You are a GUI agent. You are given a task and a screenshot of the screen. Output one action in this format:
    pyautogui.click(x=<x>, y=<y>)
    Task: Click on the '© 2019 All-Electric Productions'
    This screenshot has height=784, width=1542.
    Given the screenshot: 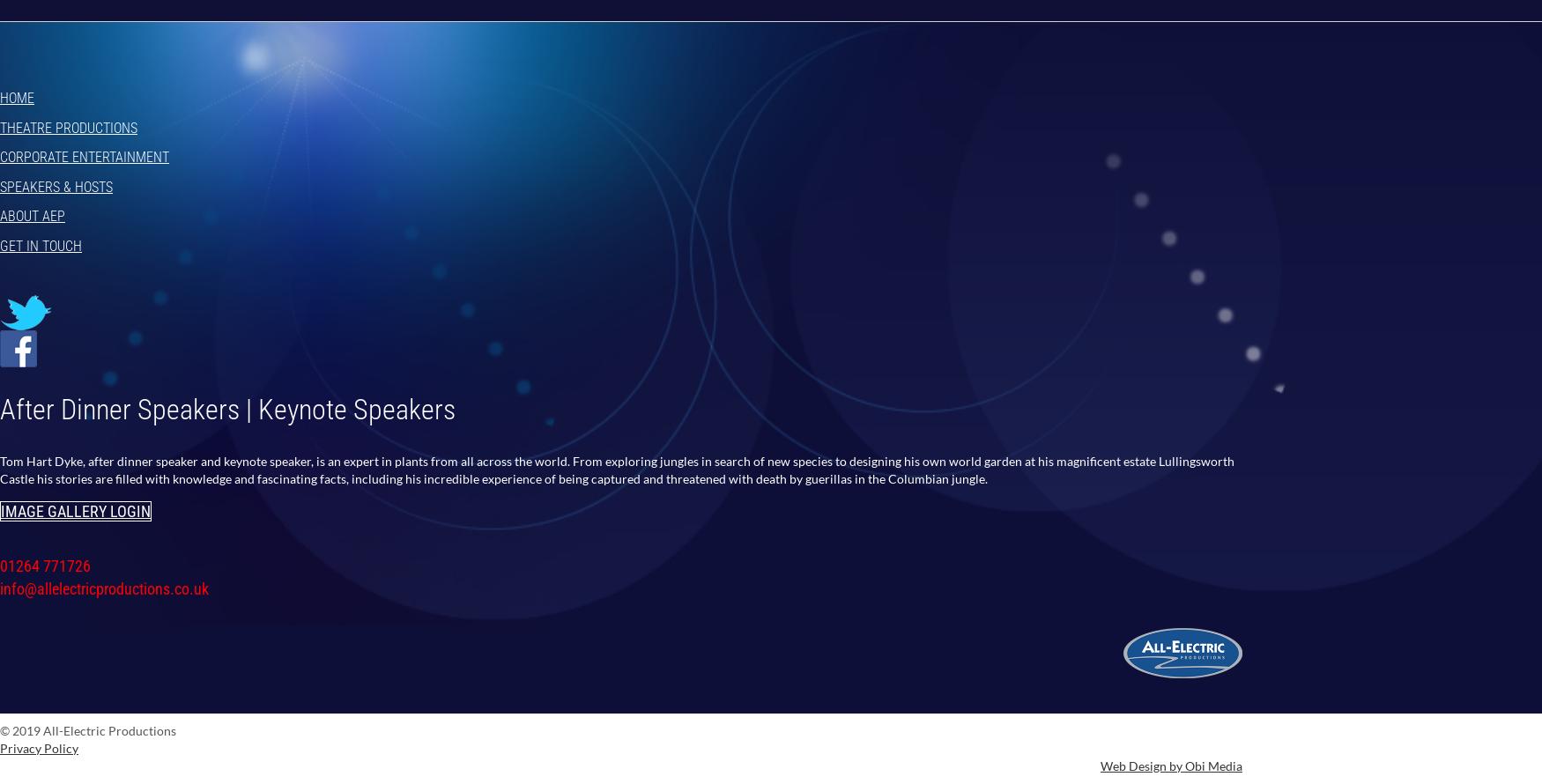 What is the action you would take?
    pyautogui.click(x=87, y=729)
    